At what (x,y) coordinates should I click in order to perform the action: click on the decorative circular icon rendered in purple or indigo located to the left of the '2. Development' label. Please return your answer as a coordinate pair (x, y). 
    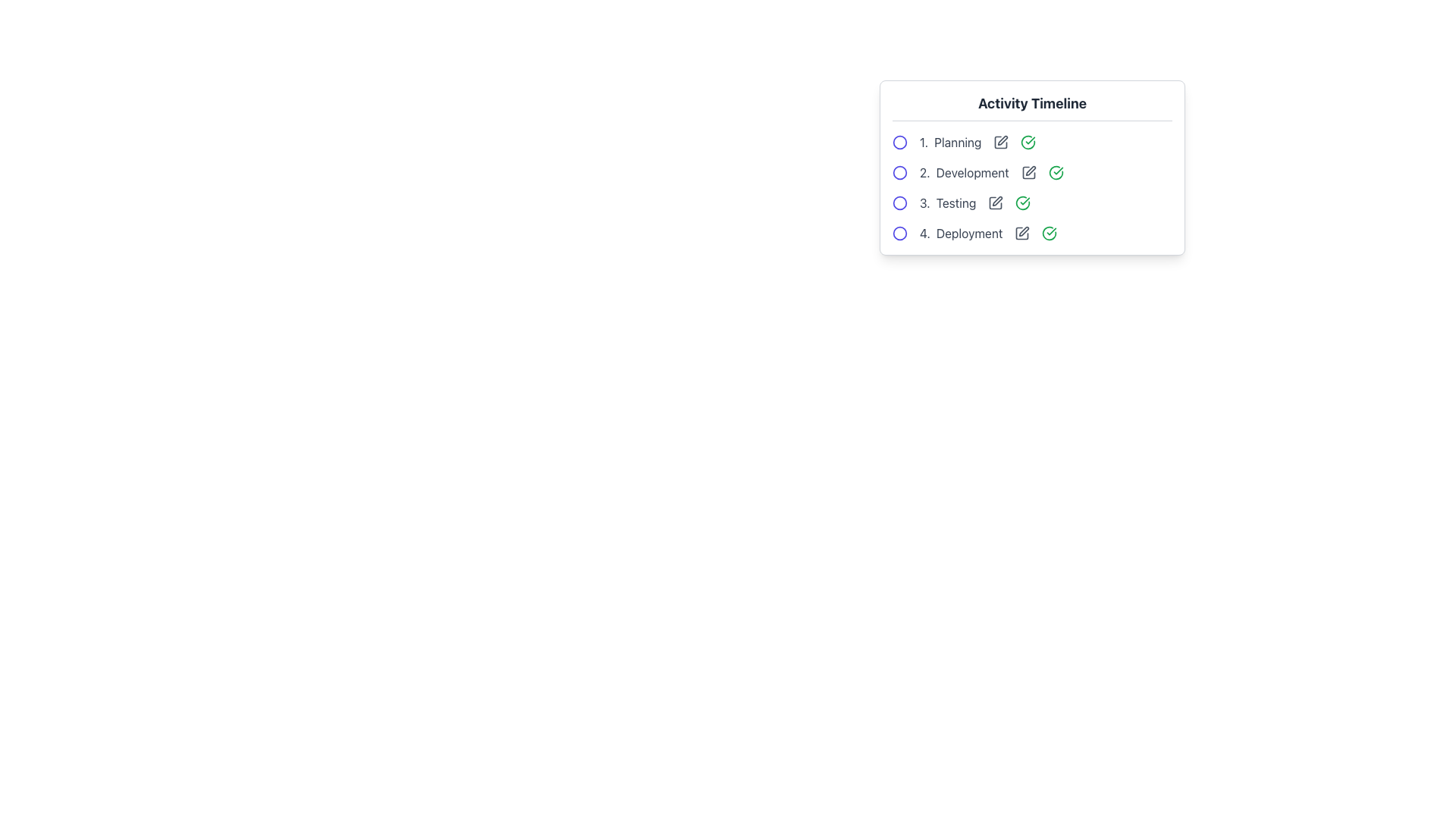
    Looking at the image, I should click on (899, 171).